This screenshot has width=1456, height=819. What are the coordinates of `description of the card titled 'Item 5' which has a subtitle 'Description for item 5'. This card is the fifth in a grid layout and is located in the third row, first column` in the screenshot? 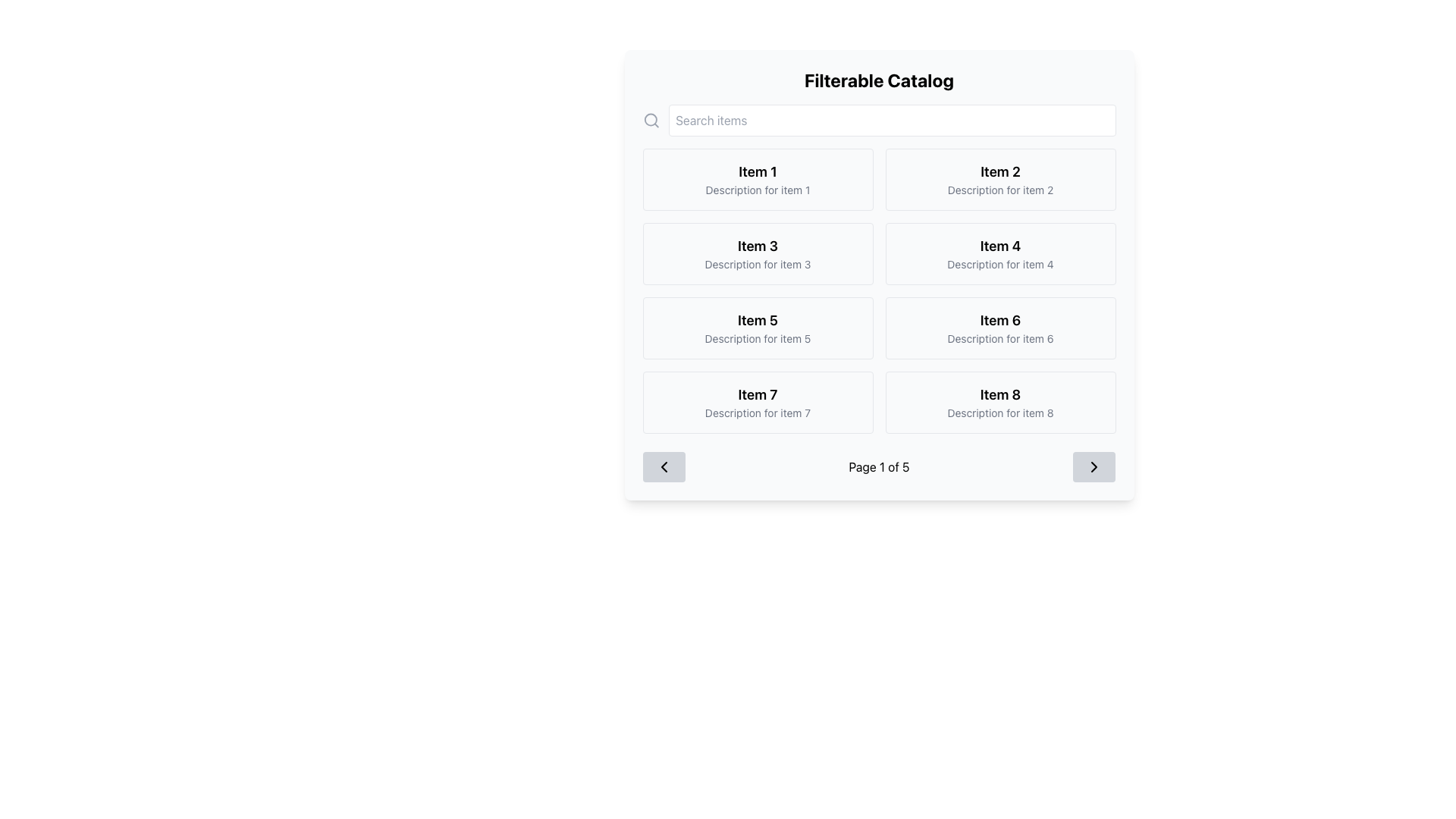 It's located at (758, 327).